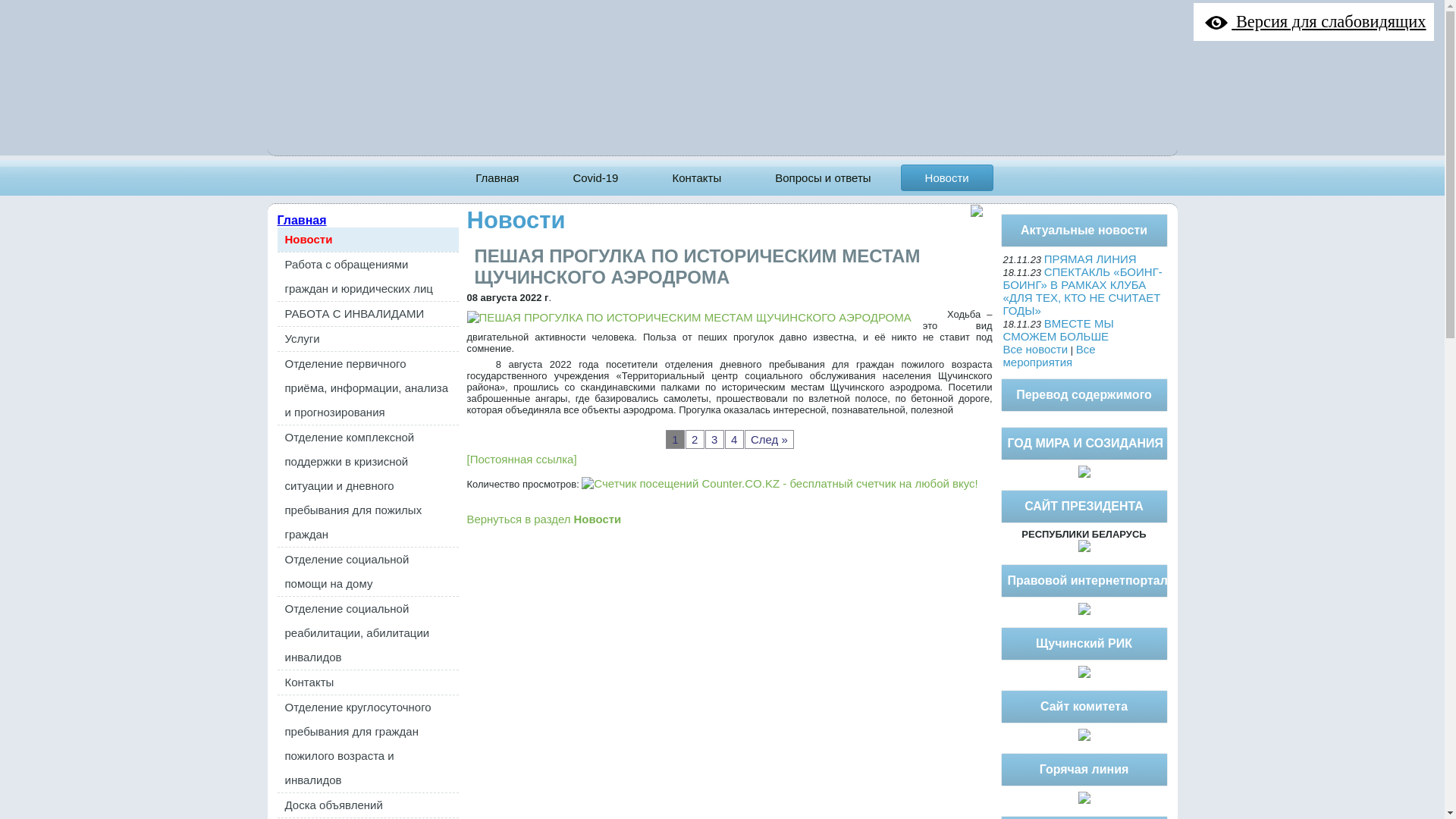 The image size is (1456, 819). What do you see at coordinates (714, 439) in the screenshot?
I see `'3'` at bounding box center [714, 439].